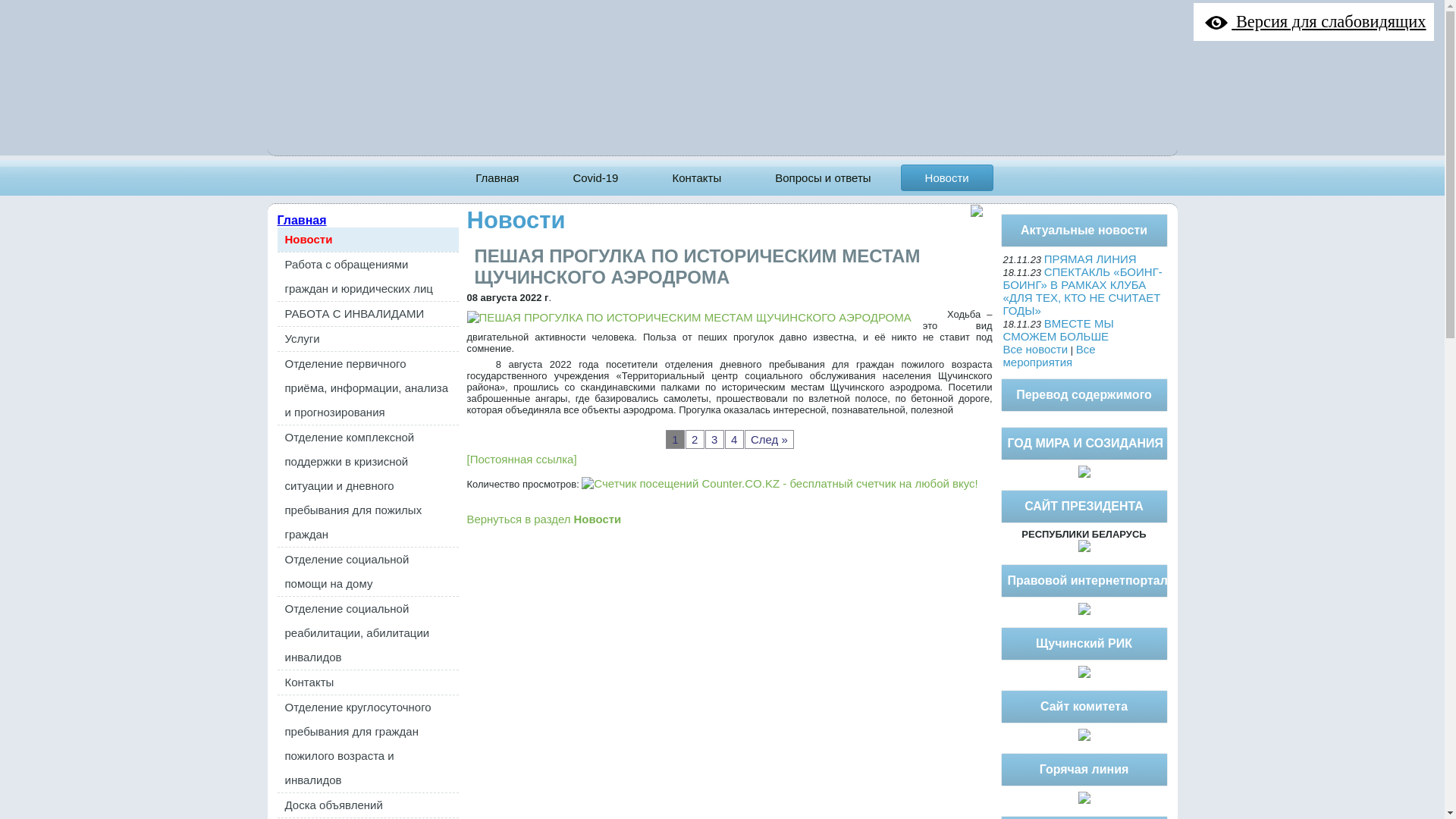 The image size is (1456, 819). What do you see at coordinates (714, 439) in the screenshot?
I see `'3'` at bounding box center [714, 439].